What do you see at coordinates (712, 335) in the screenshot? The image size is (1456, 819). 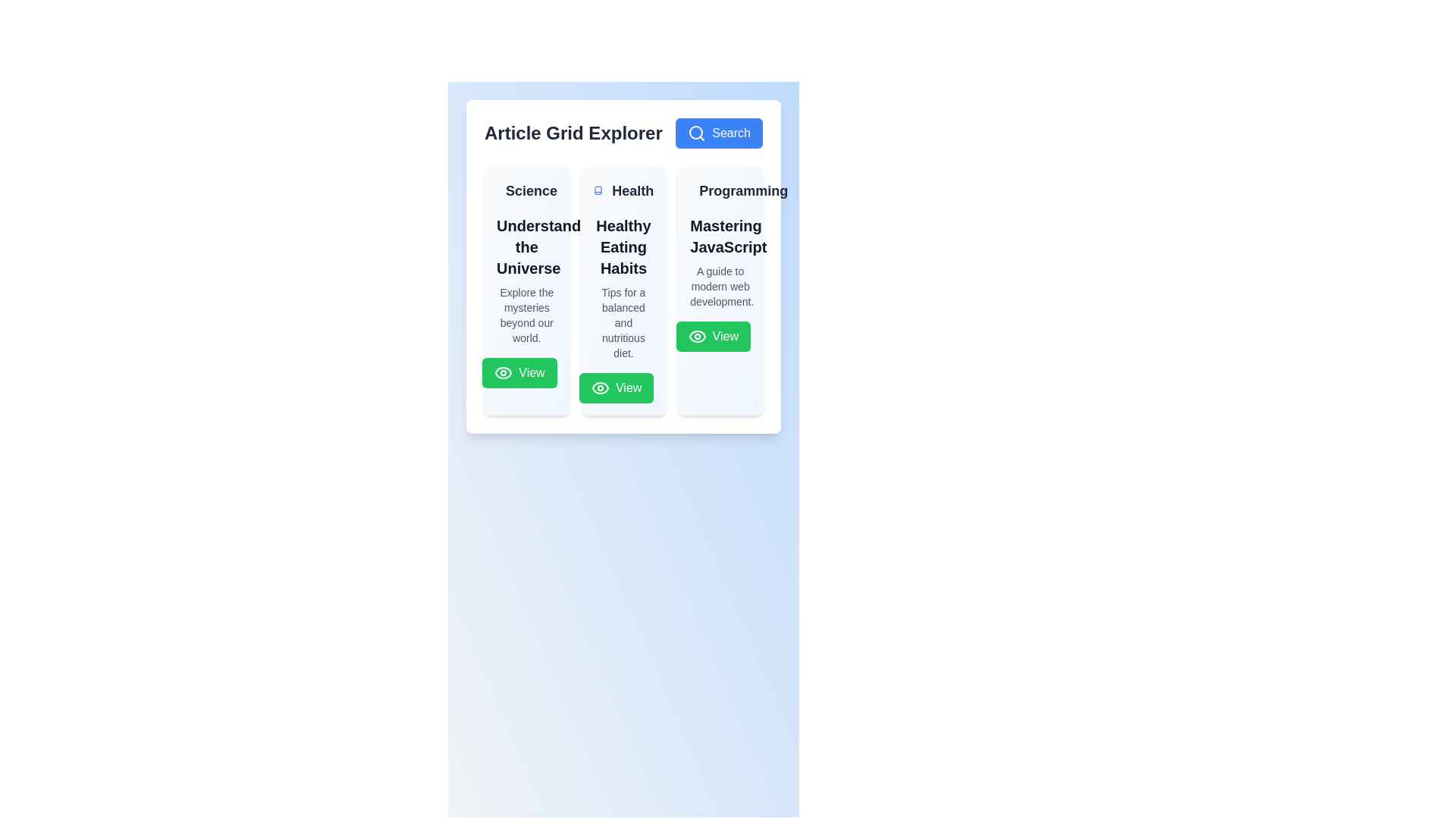 I see `the rectangular green button labeled 'View' with an eye icon located at the bottom of the 'Programming' card` at bounding box center [712, 335].